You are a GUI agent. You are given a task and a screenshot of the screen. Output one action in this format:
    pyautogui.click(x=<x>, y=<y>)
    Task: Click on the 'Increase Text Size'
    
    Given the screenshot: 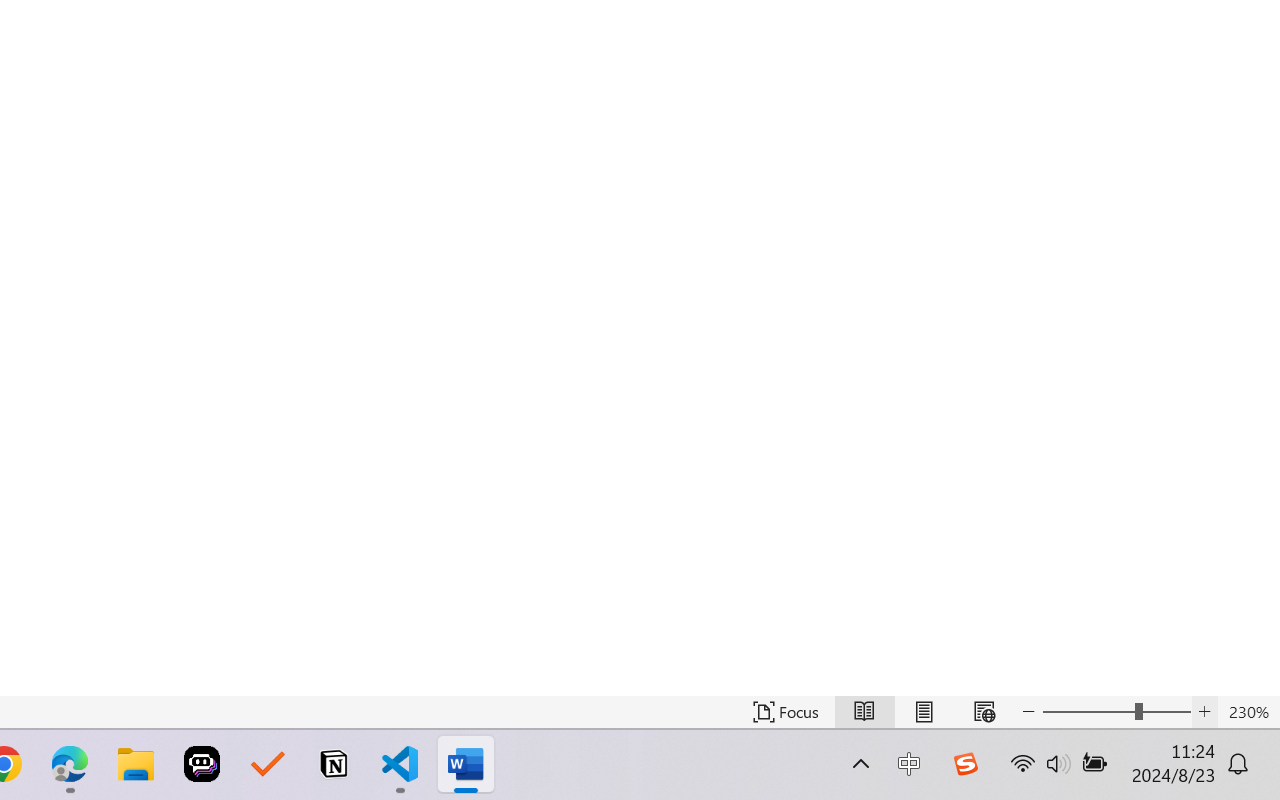 What is the action you would take?
    pyautogui.click(x=1204, y=711)
    